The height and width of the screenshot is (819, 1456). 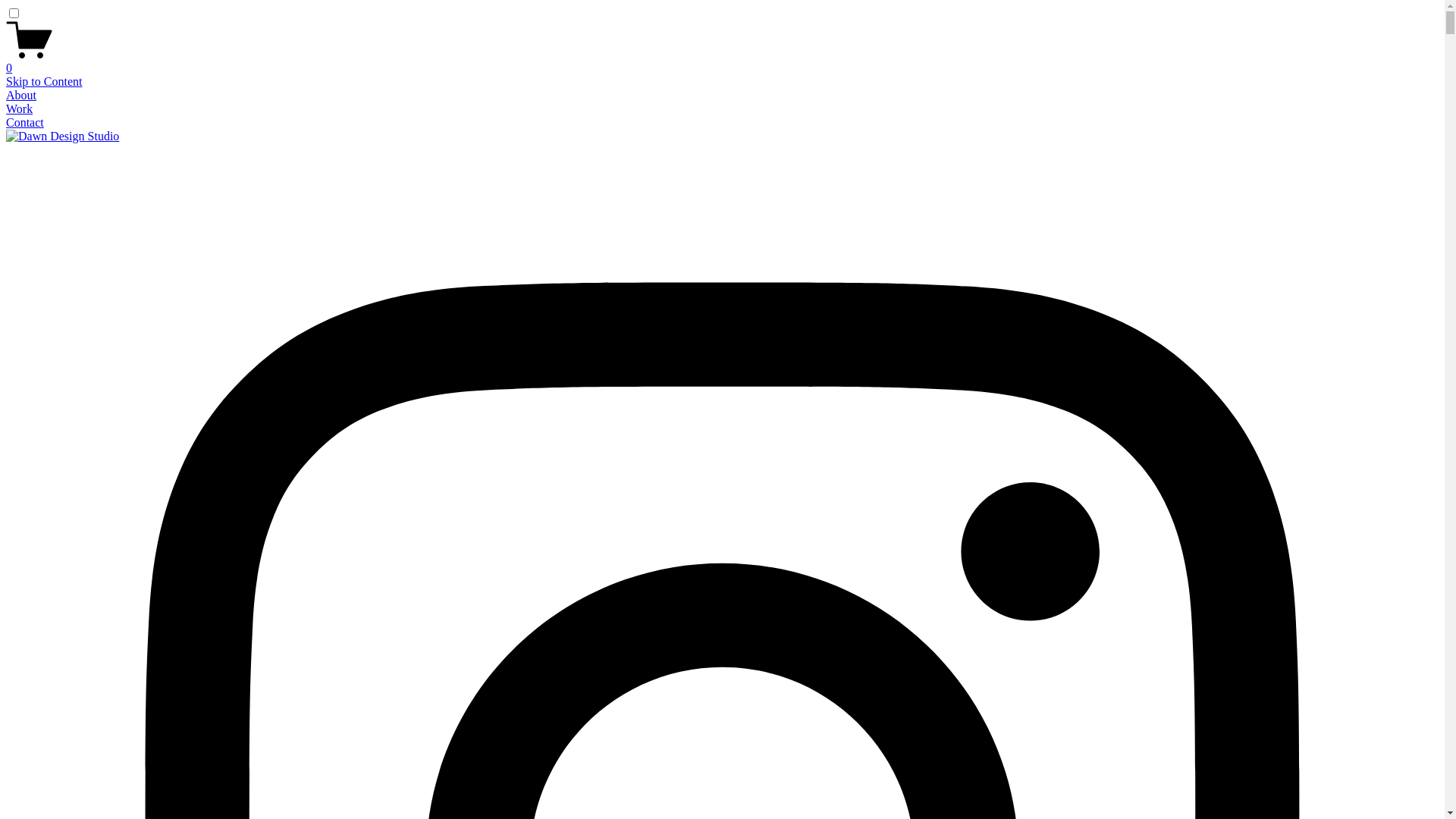 What do you see at coordinates (25, 121) in the screenshot?
I see `'Contact'` at bounding box center [25, 121].